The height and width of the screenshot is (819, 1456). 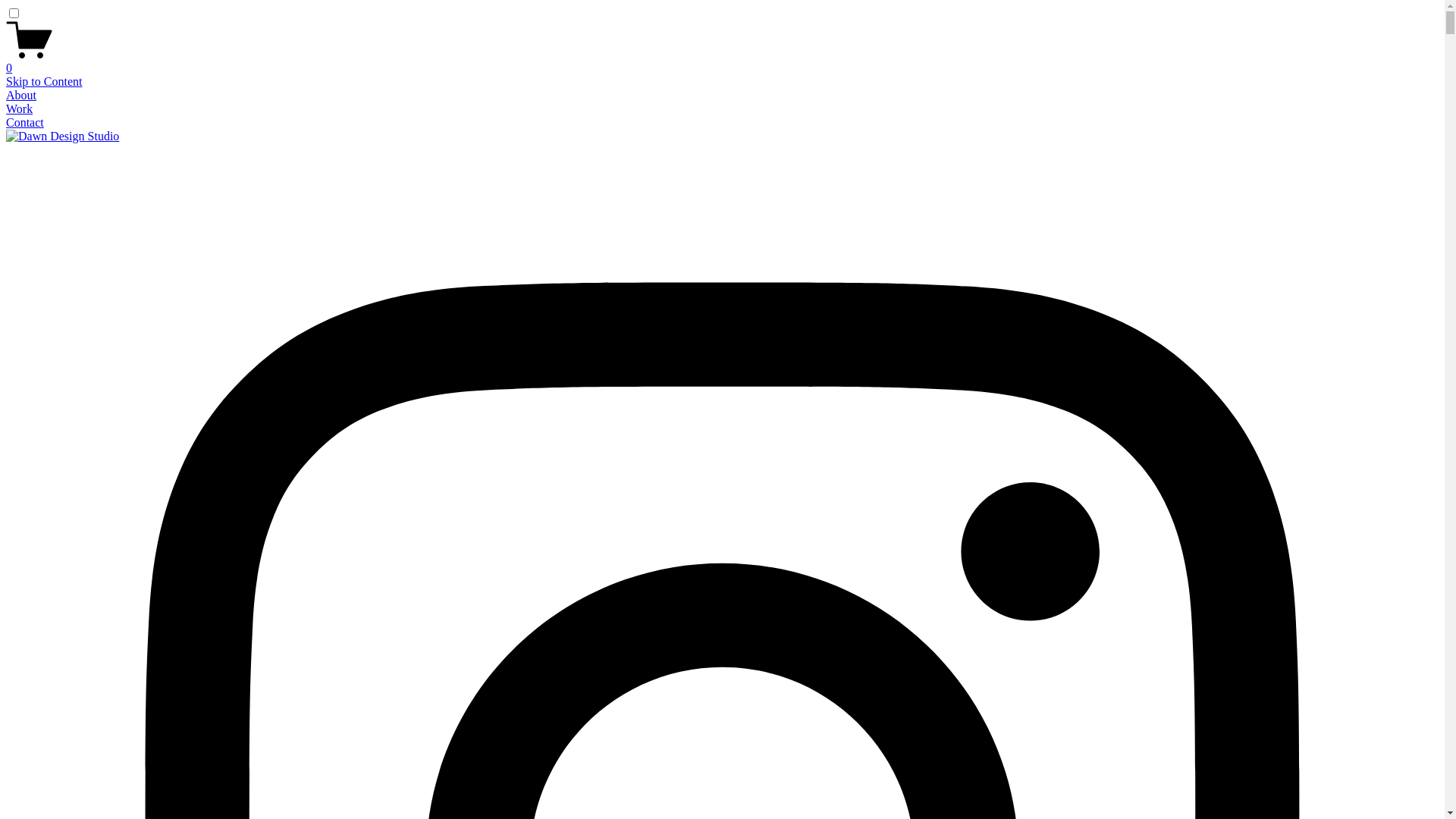 What do you see at coordinates (25, 121) in the screenshot?
I see `'Contact'` at bounding box center [25, 121].